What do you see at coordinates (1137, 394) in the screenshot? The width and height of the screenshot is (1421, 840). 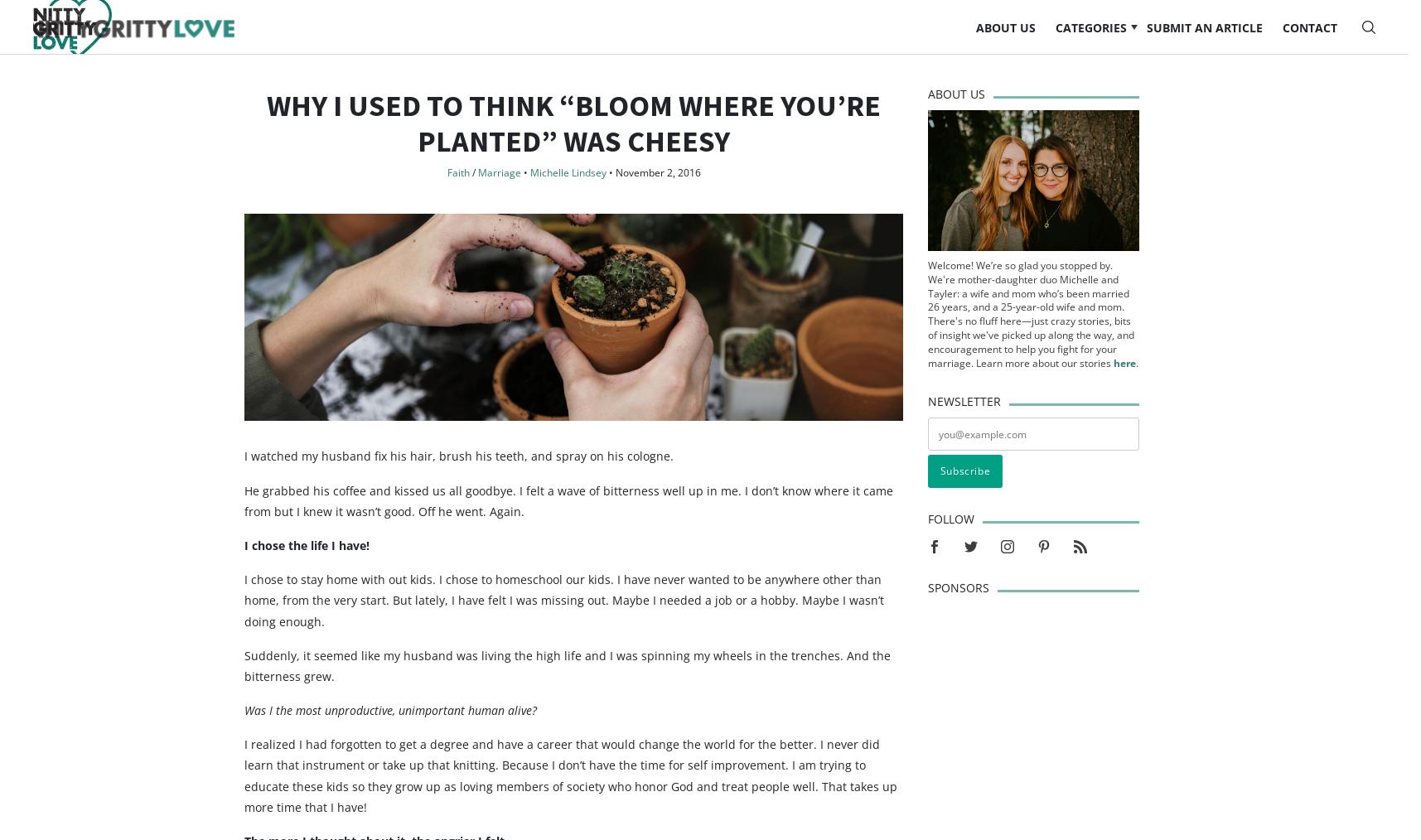 I see `'.'` at bounding box center [1137, 394].